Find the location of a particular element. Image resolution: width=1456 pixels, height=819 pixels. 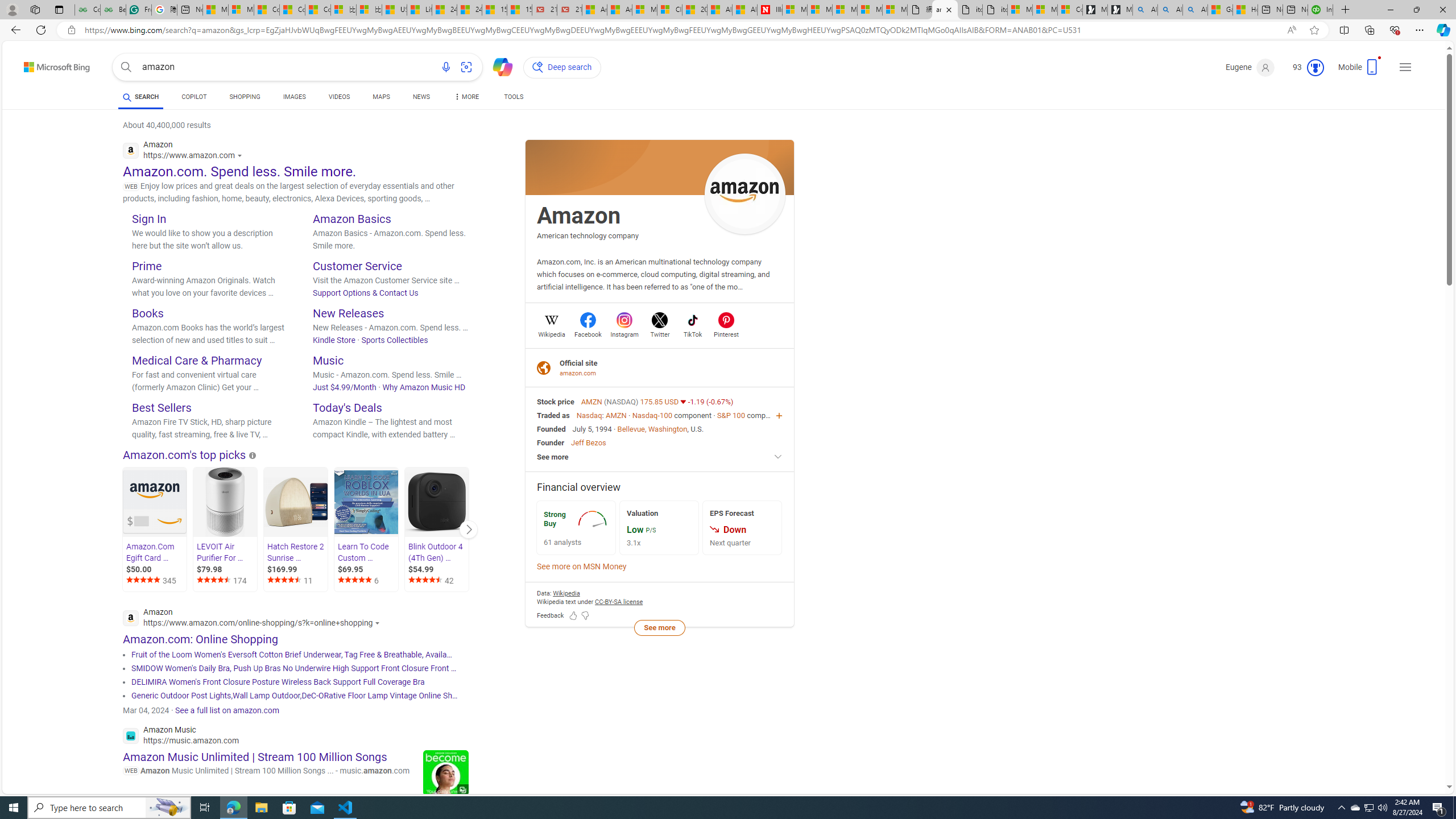

'Stock price' is located at coordinates (556, 401).